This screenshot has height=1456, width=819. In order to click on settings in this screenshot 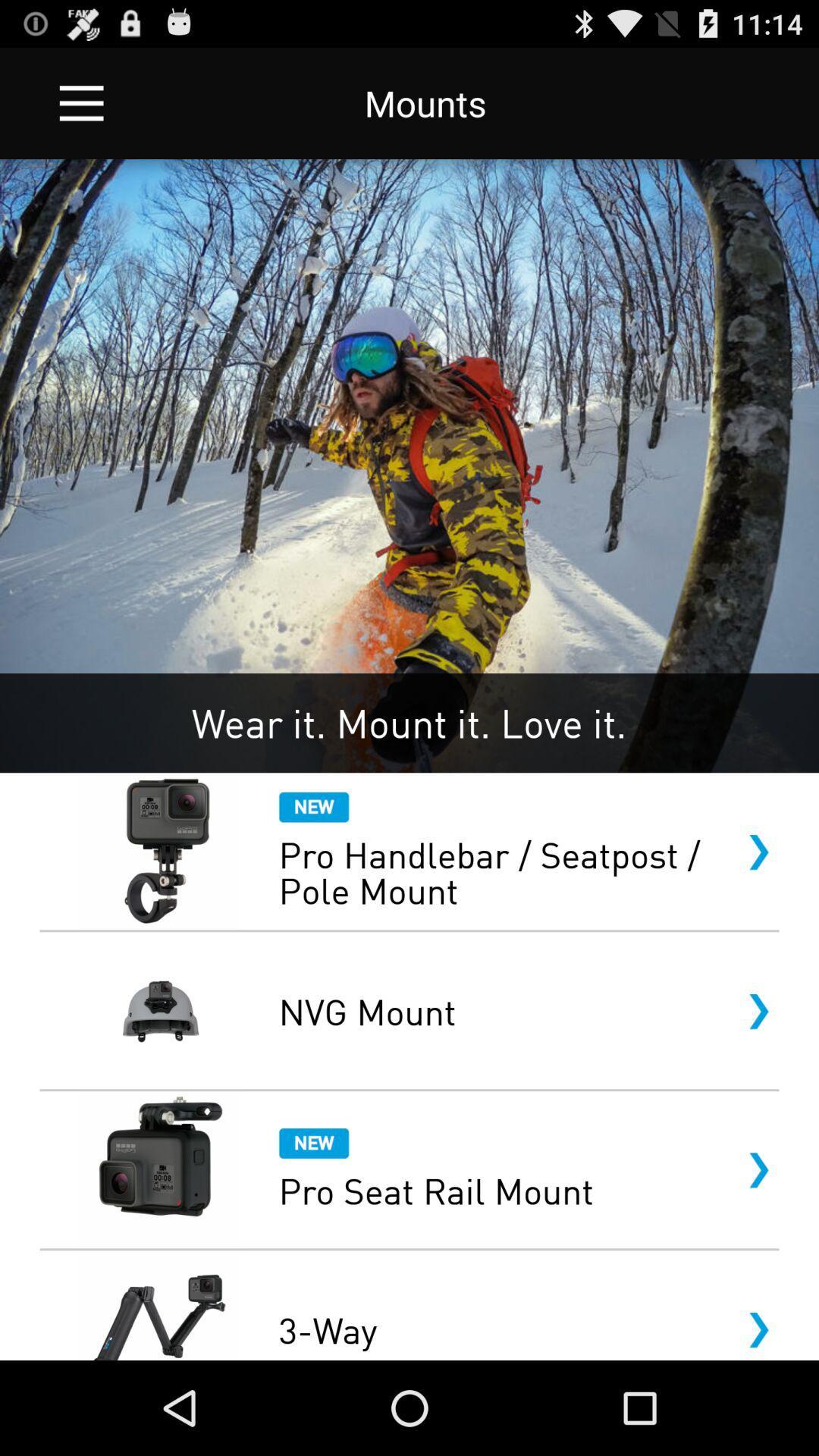, I will do `click(81, 102)`.